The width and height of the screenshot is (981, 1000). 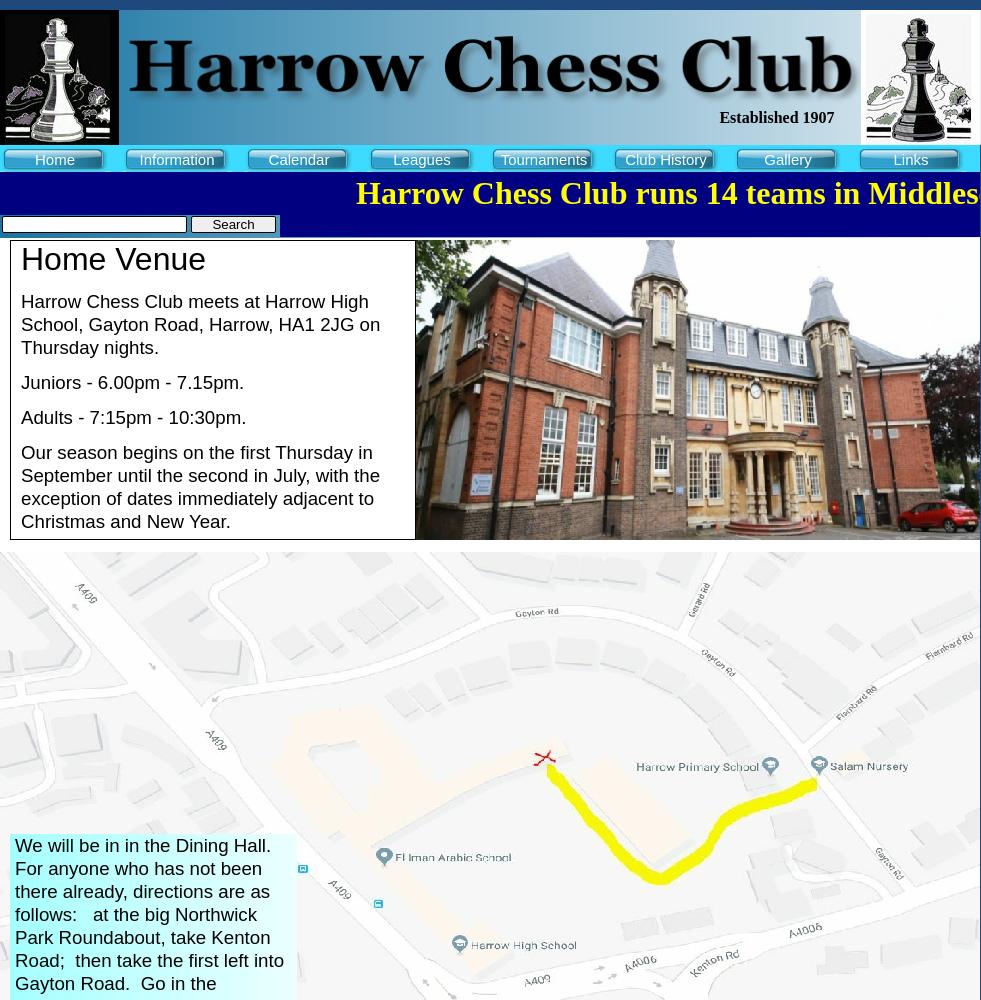 I want to click on 'Established 1907', so click(x=776, y=116).